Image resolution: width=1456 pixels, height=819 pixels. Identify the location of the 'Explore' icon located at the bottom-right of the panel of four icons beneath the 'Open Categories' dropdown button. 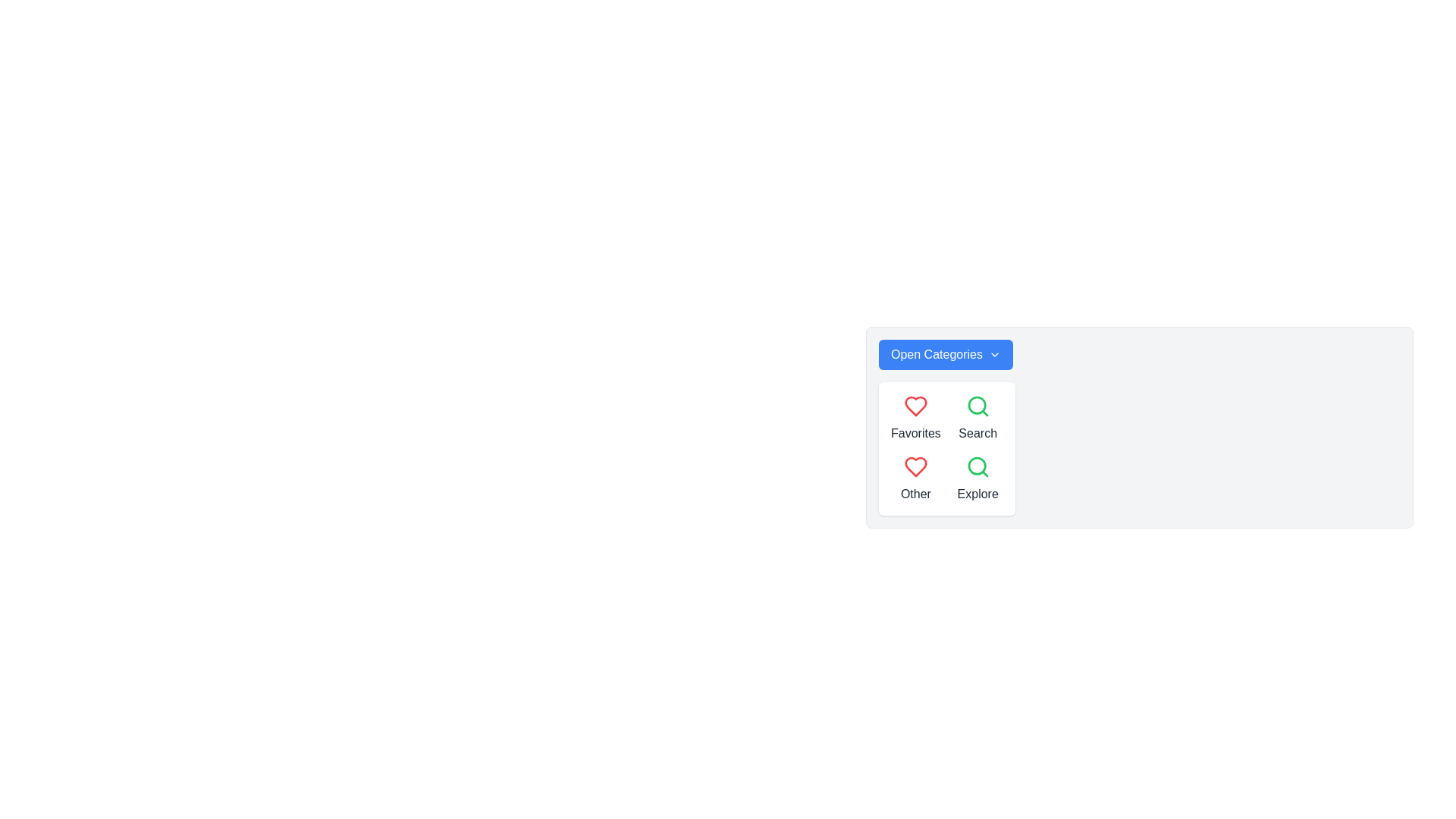
(977, 466).